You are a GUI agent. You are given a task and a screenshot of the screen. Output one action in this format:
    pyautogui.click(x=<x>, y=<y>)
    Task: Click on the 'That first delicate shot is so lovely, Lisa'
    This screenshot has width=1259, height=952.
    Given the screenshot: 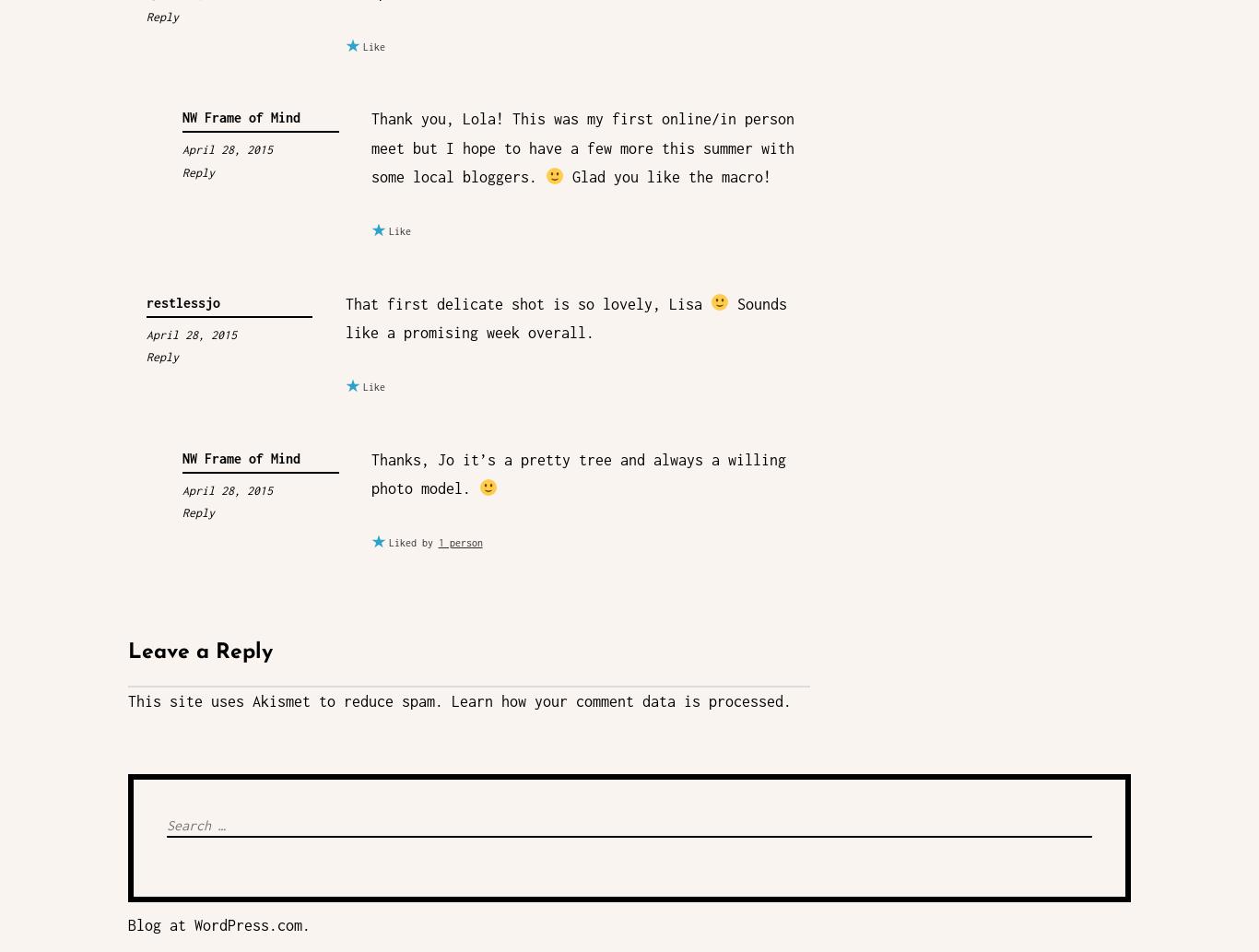 What is the action you would take?
    pyautogui.click(x=525, y=302)
    